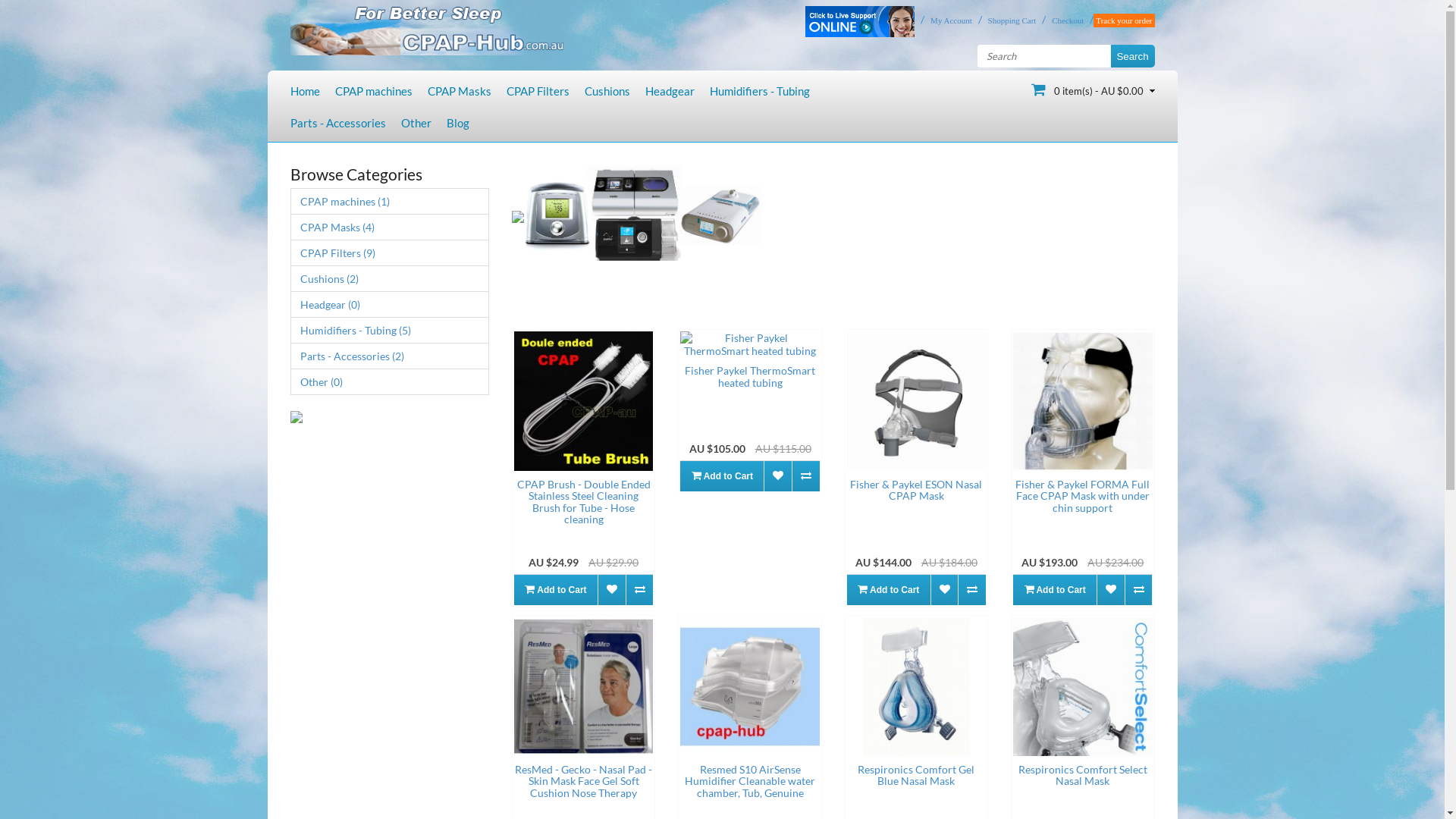 Image resolution: width=1456 pixels, height=819 pixels. I want to click on 'Fisher  Paykel ThermoSmart heated tubing', so click(749, 344).